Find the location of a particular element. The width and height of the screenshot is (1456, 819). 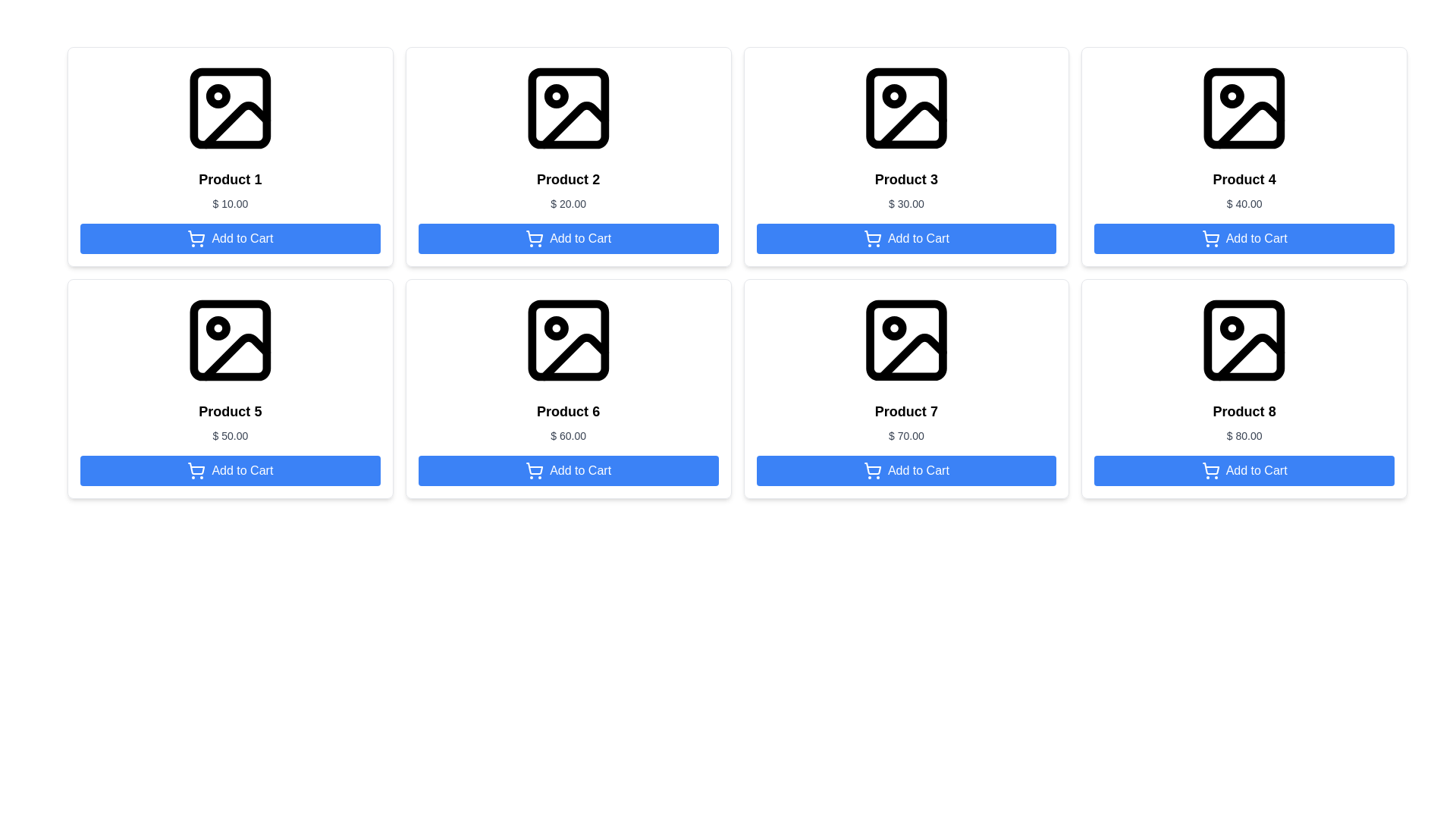

the small circle icon located in the upper-left quadrant of the first product card in the grid layout is located at coordinates (217, 96).